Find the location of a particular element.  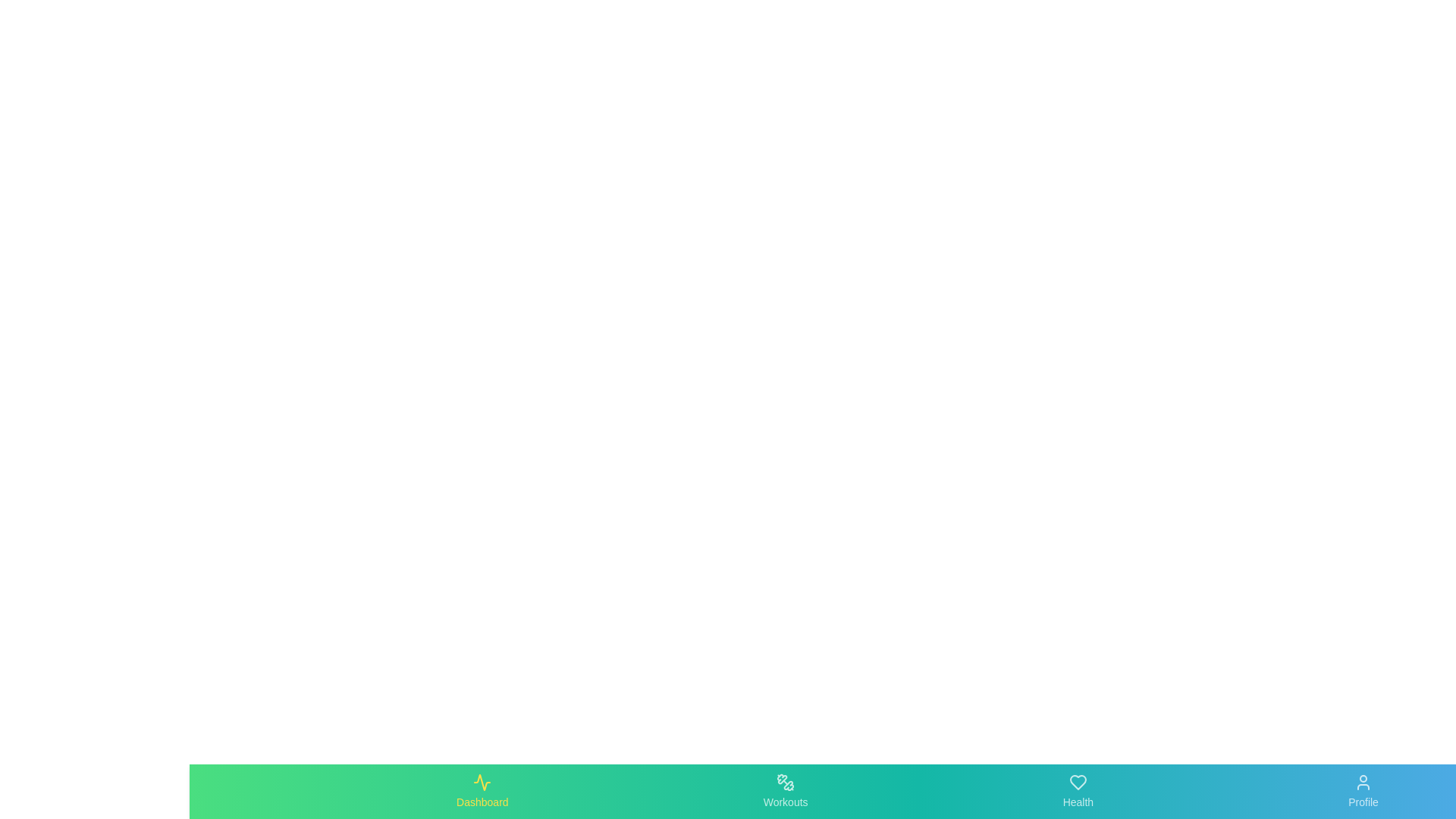

the Profile tab by clicking on its button is located at coordinates (1363, 791).